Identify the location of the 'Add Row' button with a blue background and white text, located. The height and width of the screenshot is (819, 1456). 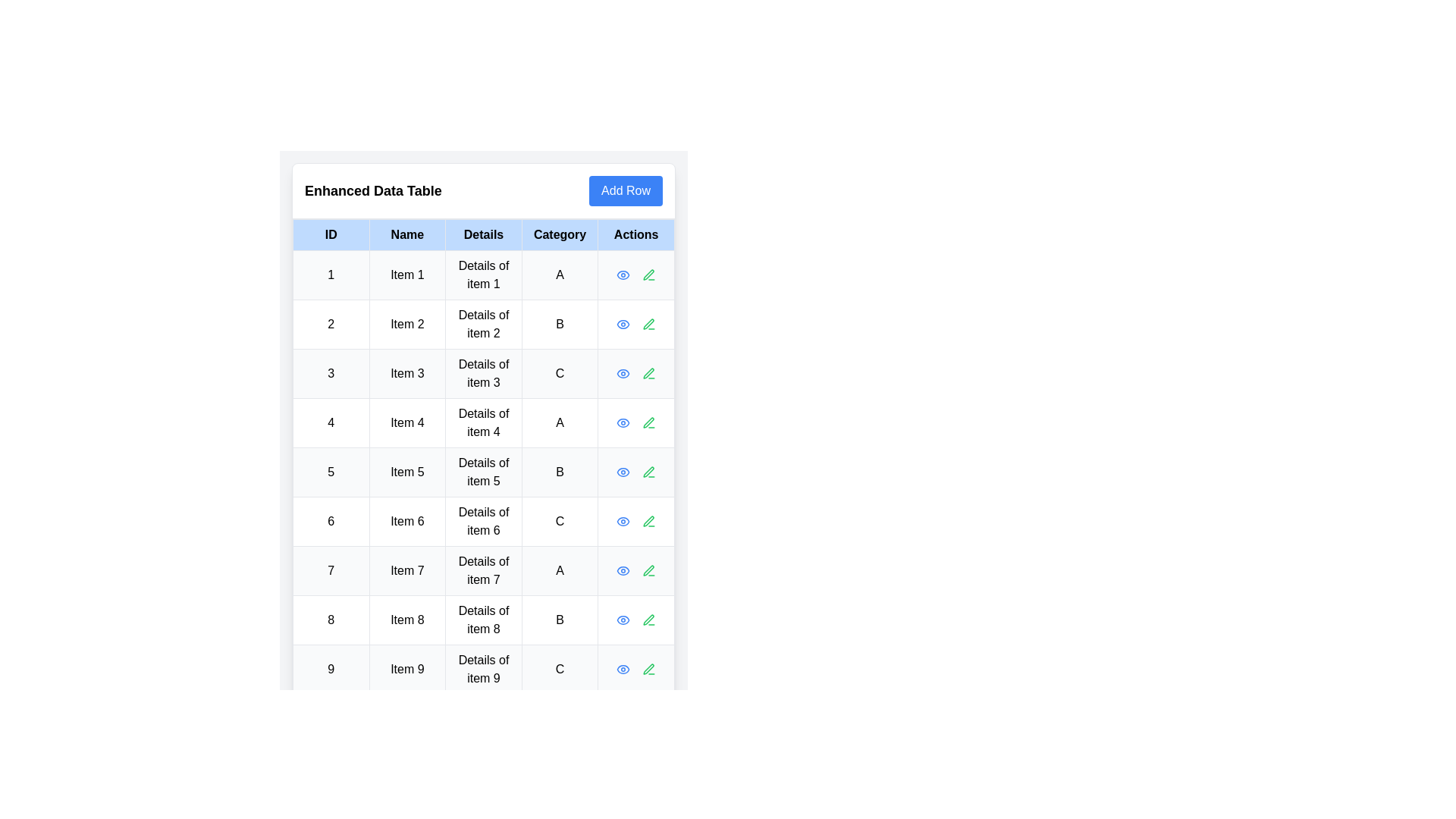
(626, 190).